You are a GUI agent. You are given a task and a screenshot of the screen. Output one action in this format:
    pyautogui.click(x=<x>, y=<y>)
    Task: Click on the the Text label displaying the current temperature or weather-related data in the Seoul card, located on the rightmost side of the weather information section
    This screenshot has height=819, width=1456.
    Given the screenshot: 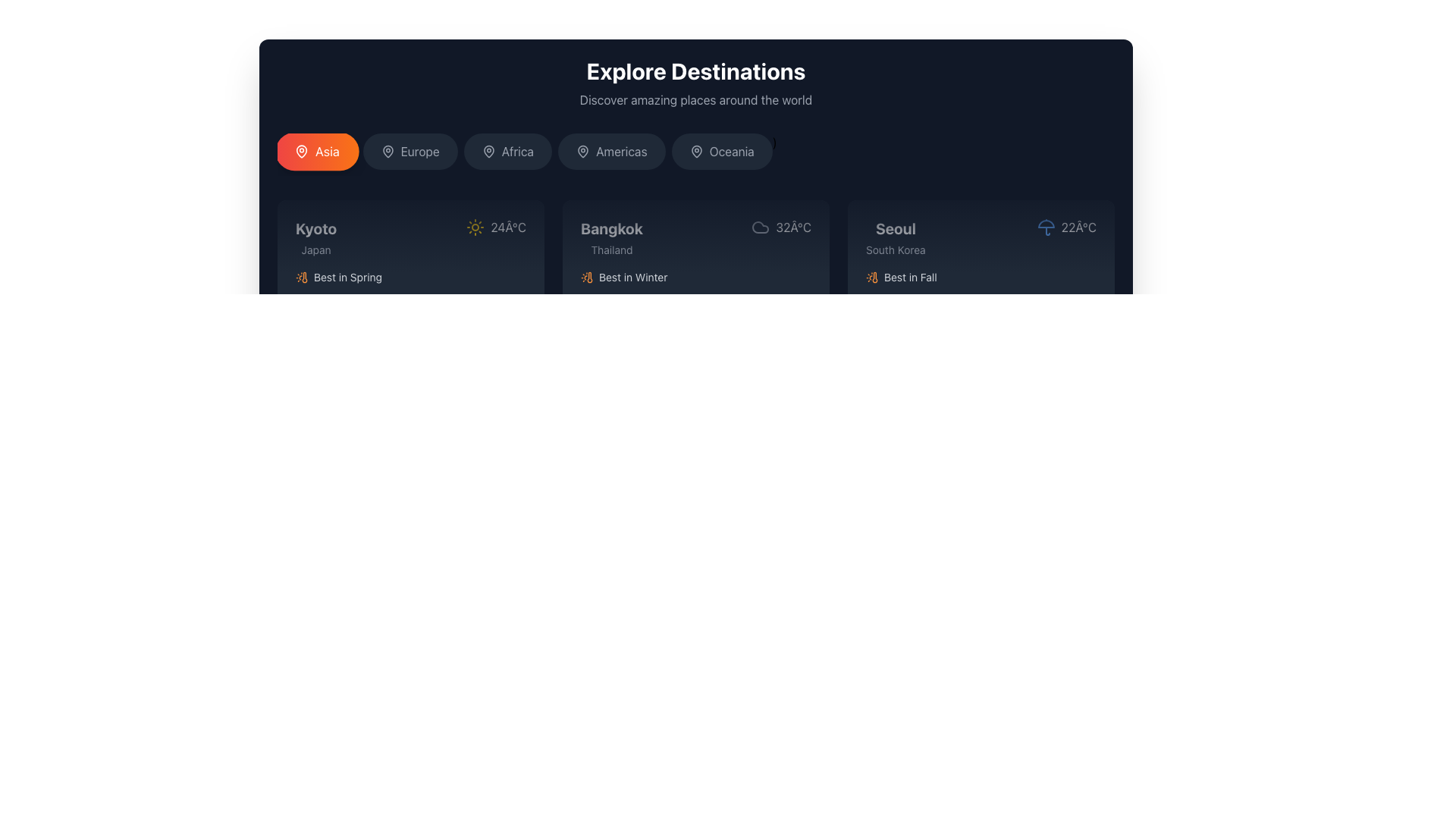 What is the action you would take?
    pyautogui.click(x=1078, y=227)
    